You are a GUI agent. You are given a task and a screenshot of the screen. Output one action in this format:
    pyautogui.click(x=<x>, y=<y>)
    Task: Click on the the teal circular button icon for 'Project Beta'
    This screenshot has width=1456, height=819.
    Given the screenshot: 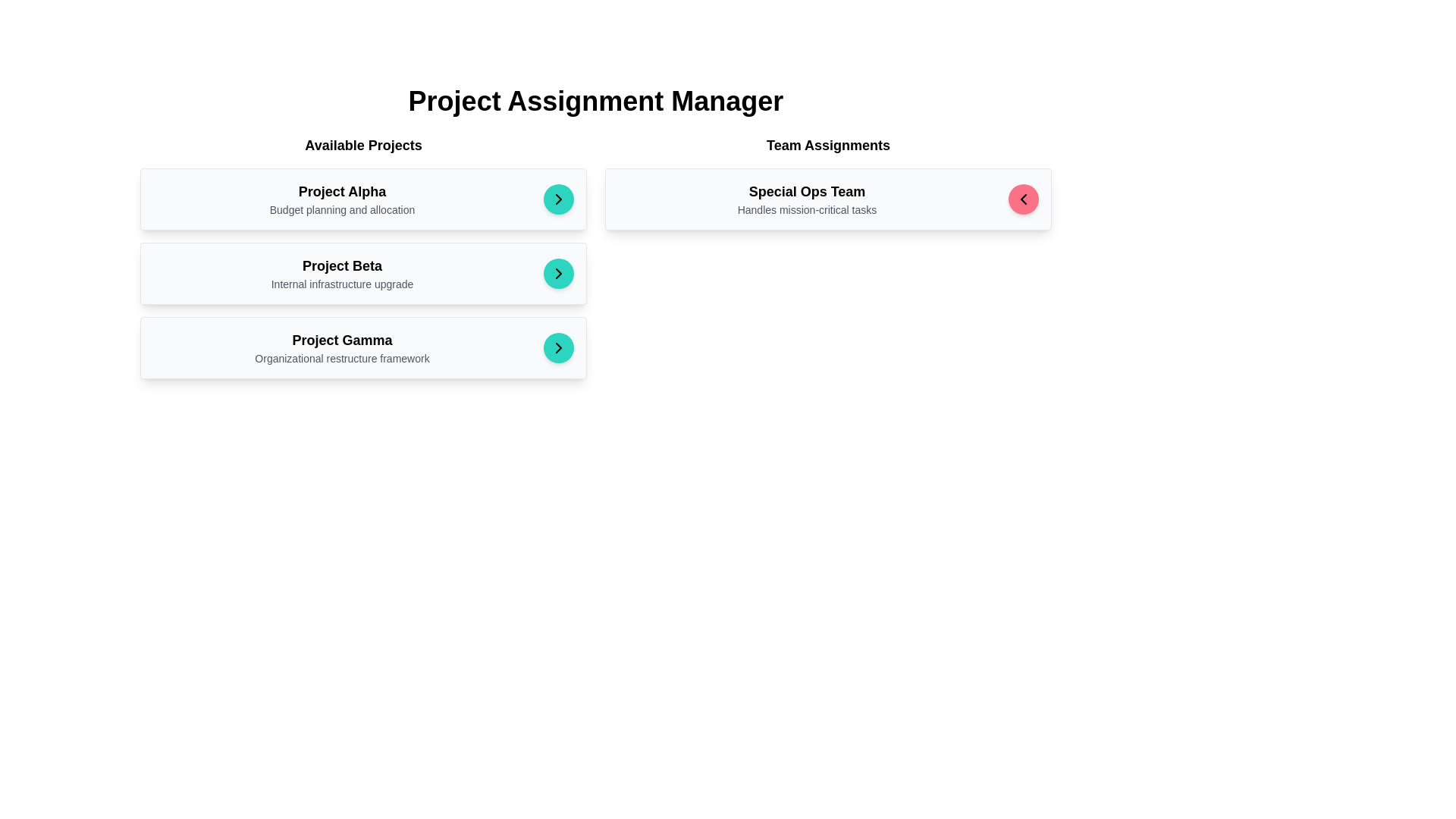 What is the action you would take?
    pyautogui.click(x=558, y=274)
    